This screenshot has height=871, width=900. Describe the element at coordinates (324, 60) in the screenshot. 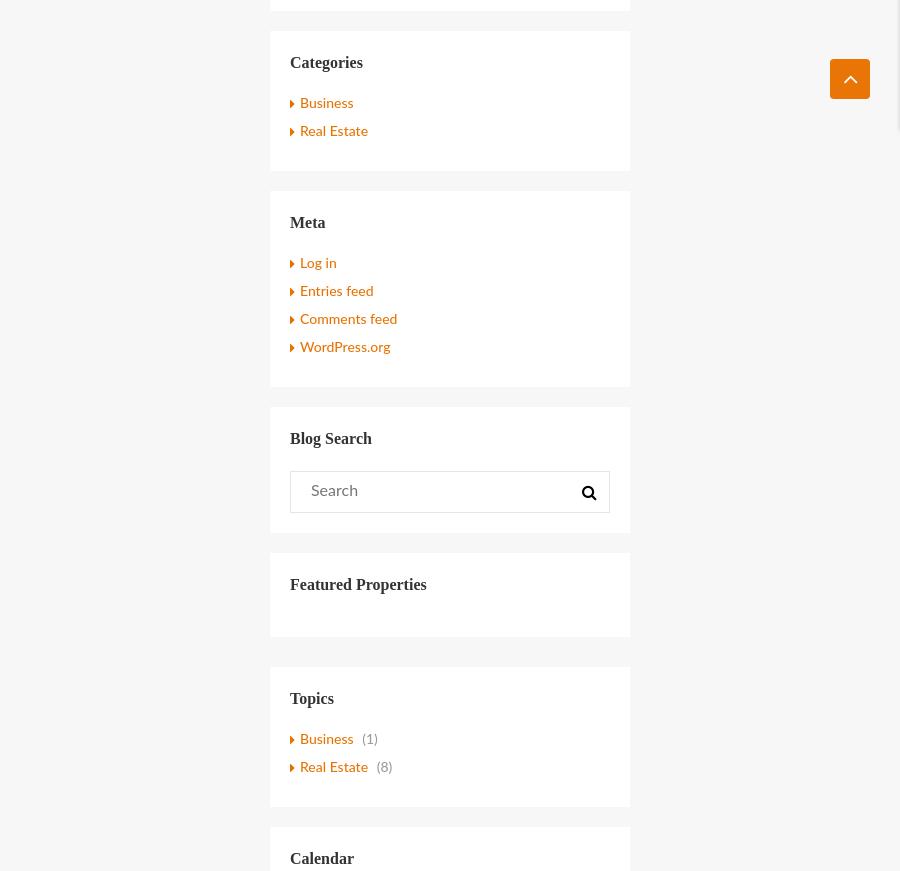

I see `'Categories'` at that location.